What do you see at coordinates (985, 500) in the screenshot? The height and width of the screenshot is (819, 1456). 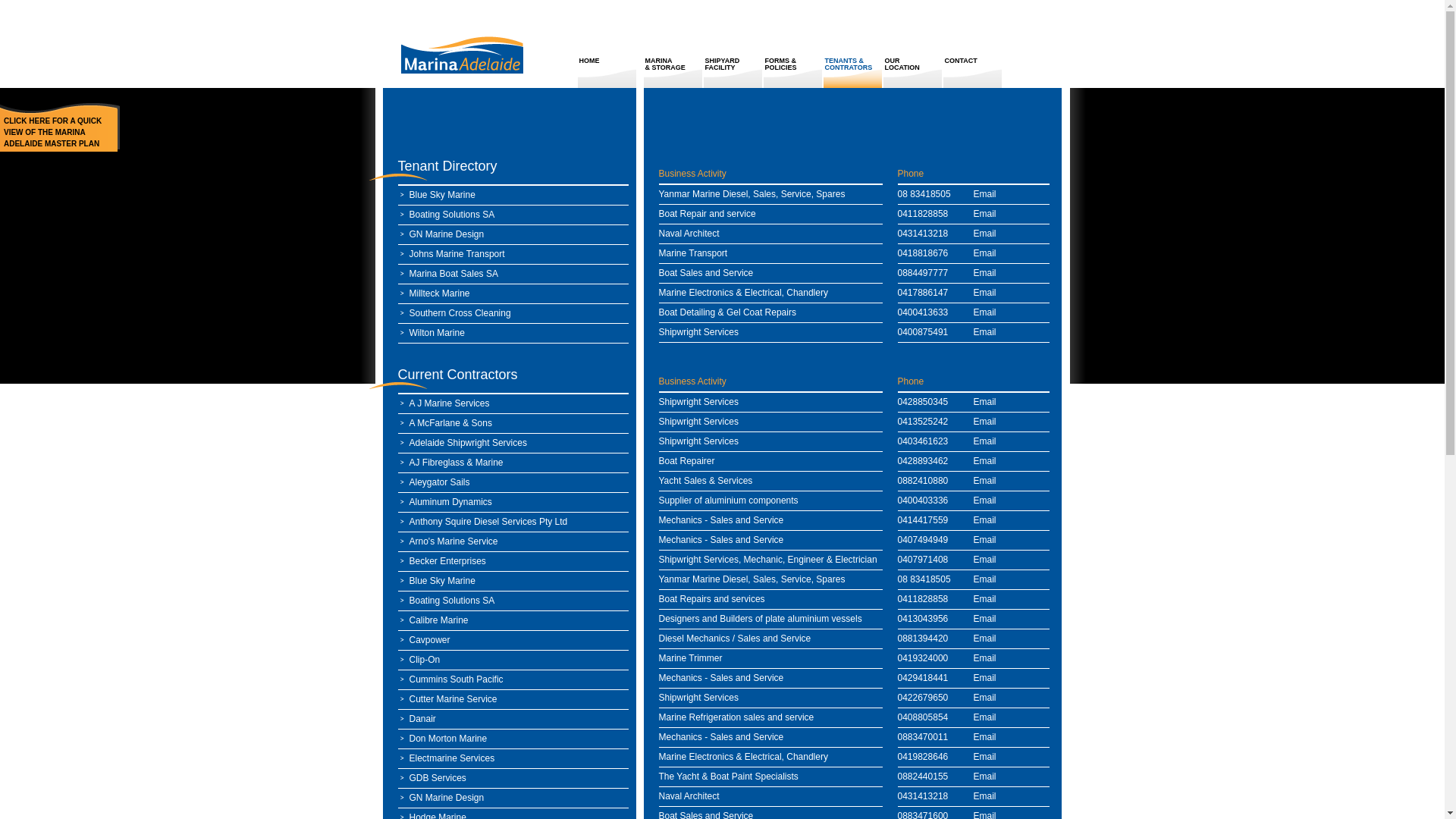 I see `'Email'` at bounding box center [985, 500].